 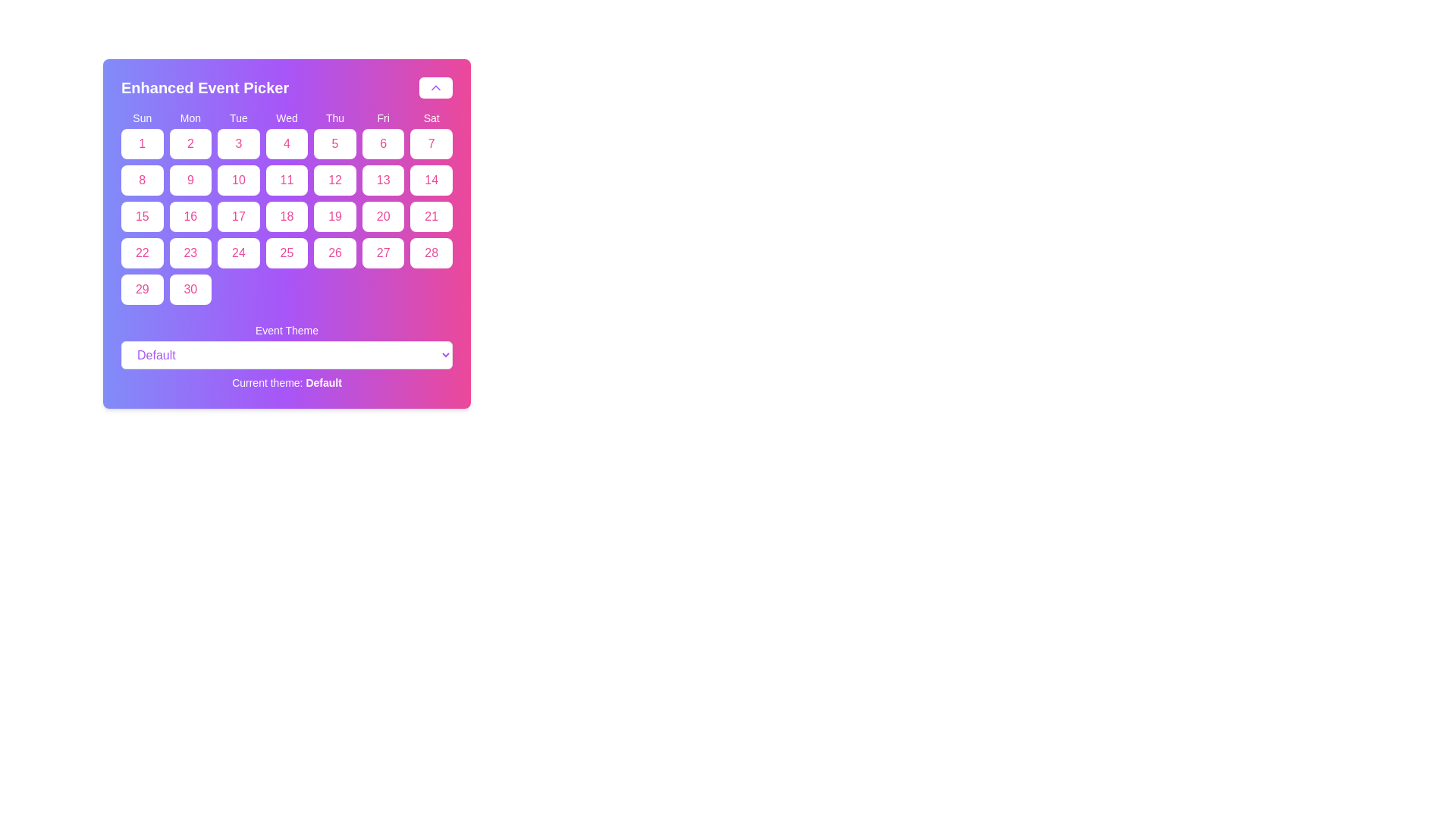 What do you see at coordinates (237, 216) in the screenshot?
I see `the button displaying the number '17' in pink text, located in the third row and third column of the calendar grid` at bounding box center [237, 216].